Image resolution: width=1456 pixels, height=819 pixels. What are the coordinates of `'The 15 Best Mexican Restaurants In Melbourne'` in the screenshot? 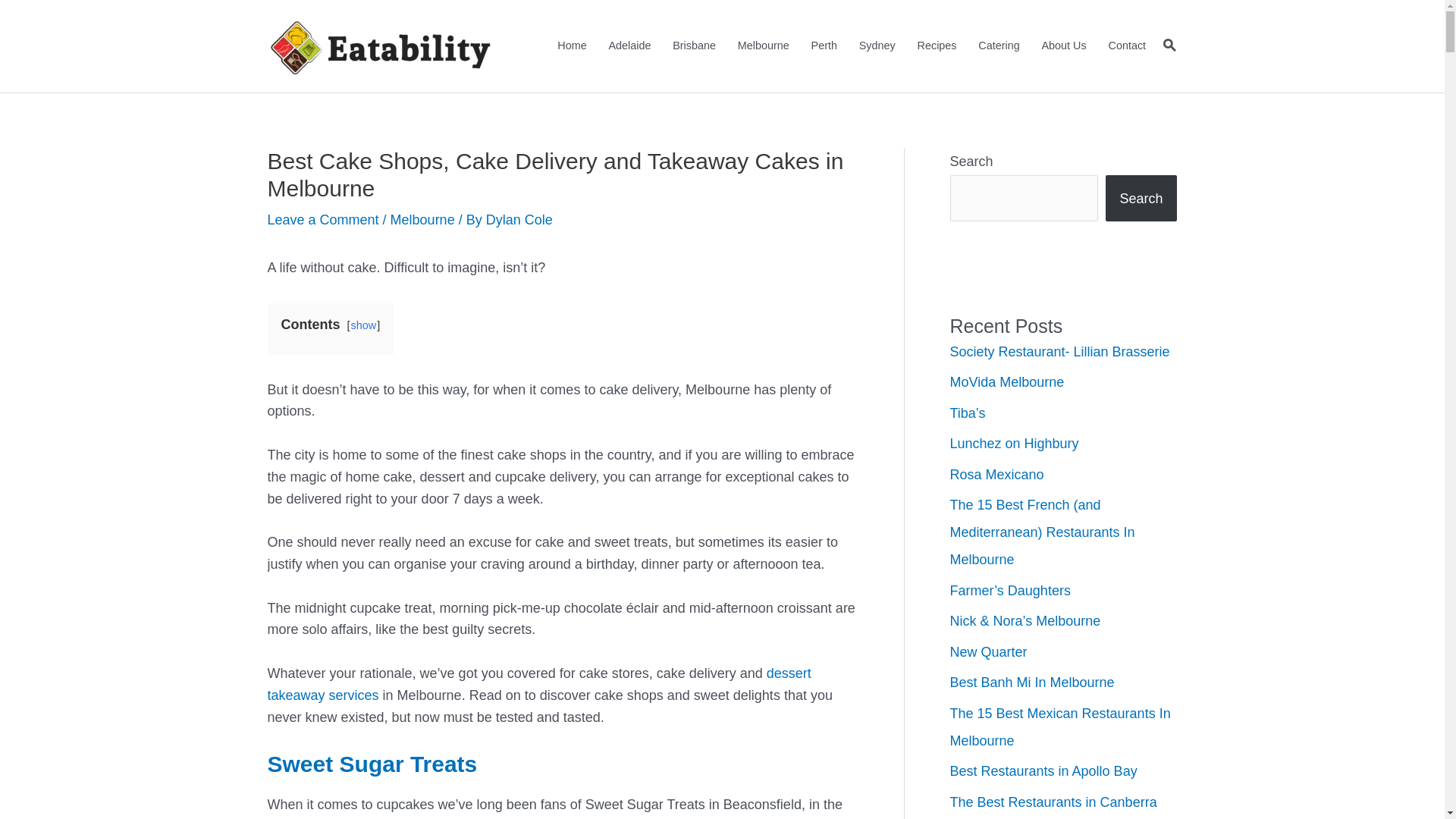 It's located at (1059, 726).